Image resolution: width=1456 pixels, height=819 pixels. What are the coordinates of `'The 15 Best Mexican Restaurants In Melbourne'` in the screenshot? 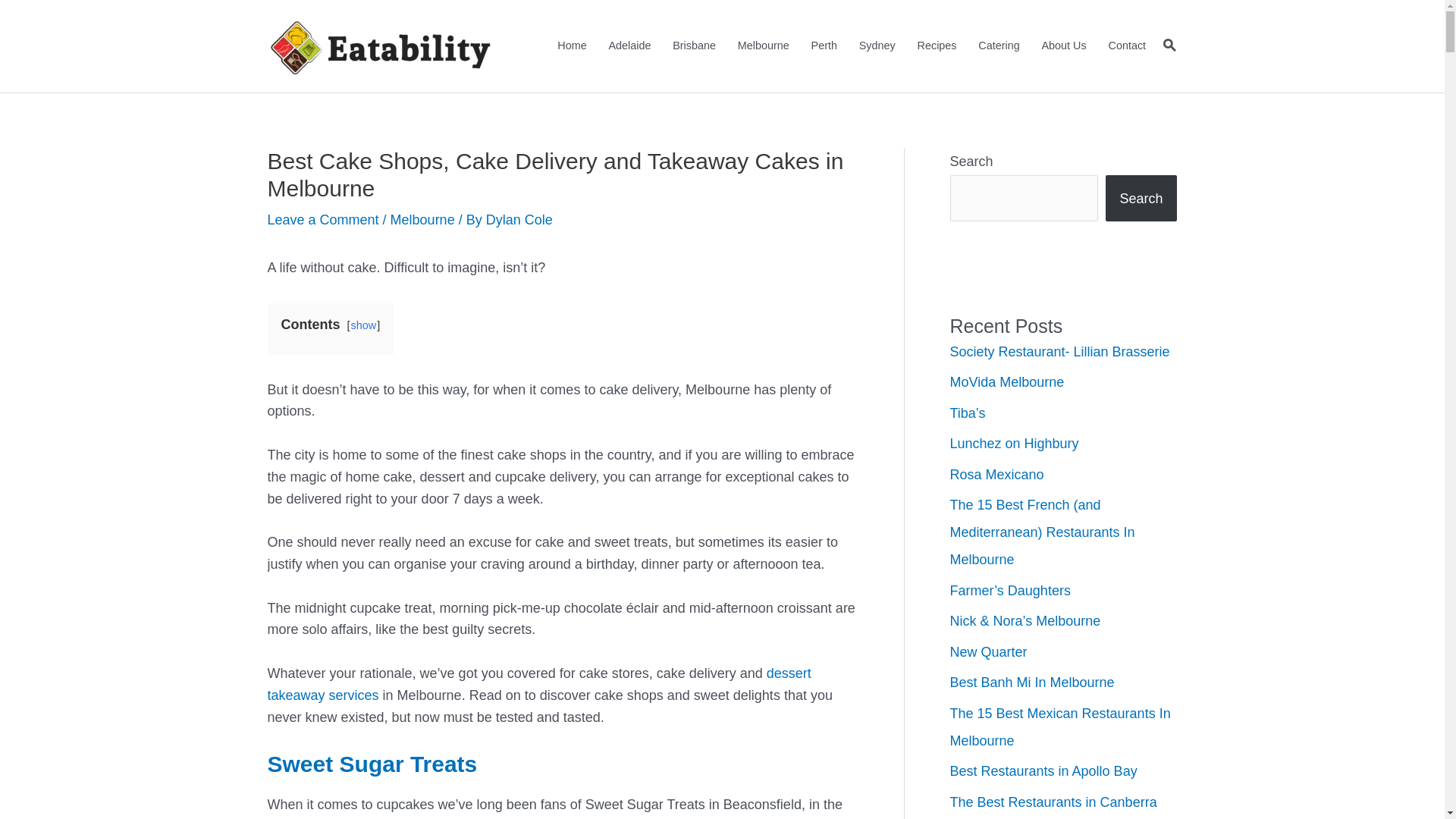 It's located at (1059, 726).